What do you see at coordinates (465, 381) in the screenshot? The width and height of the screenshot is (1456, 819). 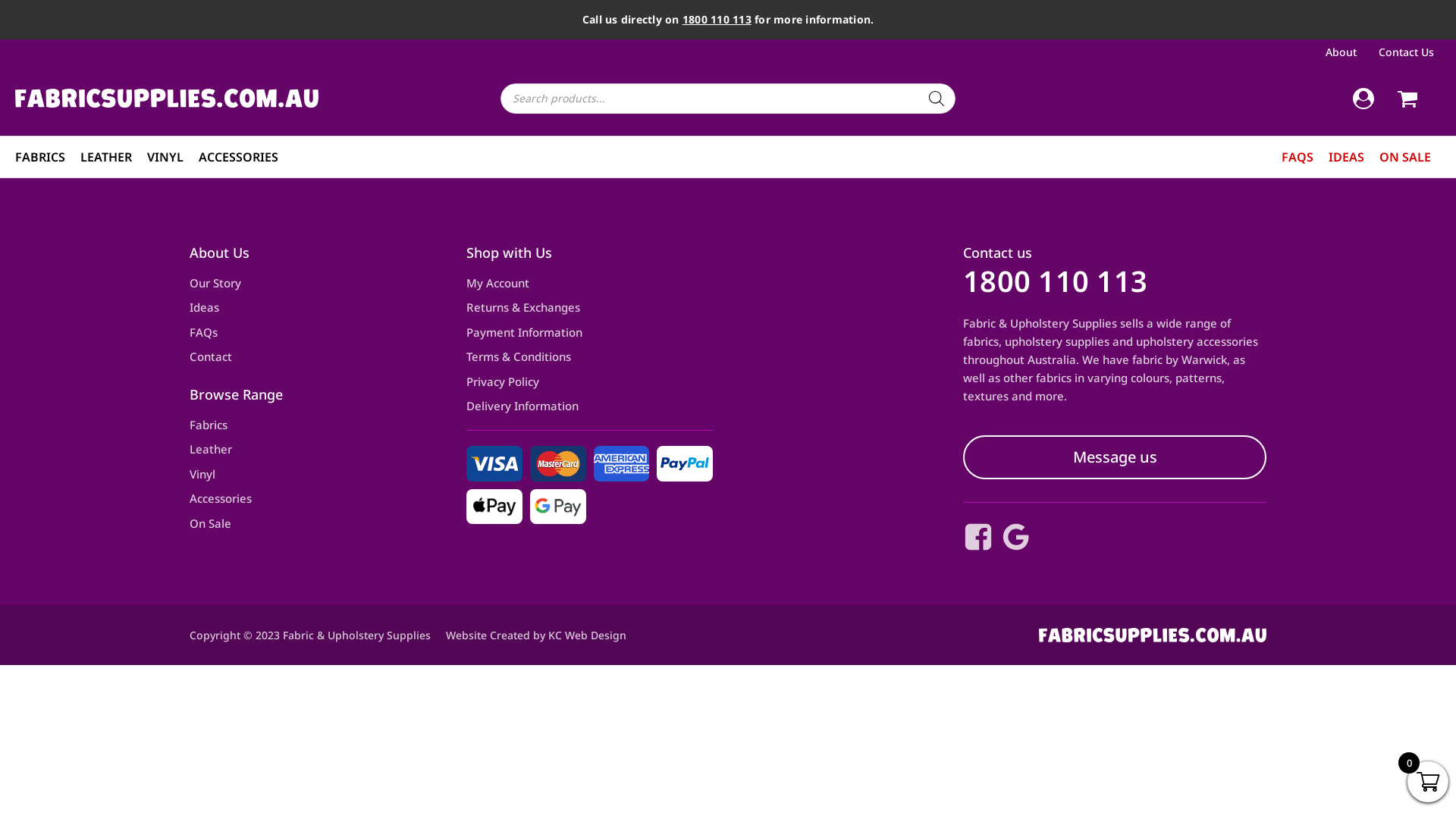 I see `'Privacy Policy'` at bounding box center [465, 381].